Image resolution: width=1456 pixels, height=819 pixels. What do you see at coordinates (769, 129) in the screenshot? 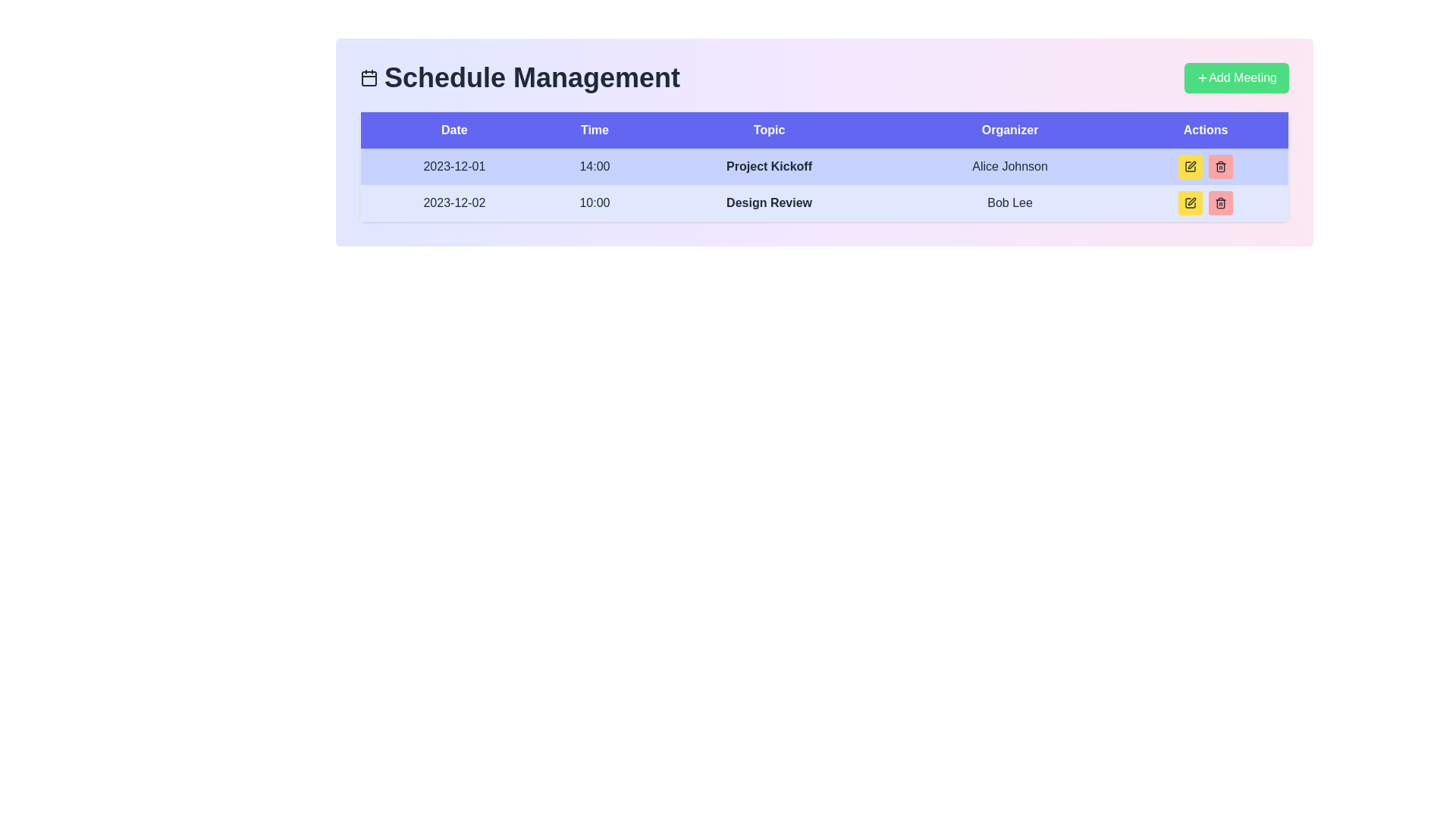
I see `the text label 'Topic' which is displayed in white font and is part of the header row in a table structure, located between the 'Time' and 'Organizer' column headers` at bounding box center [769, 129].